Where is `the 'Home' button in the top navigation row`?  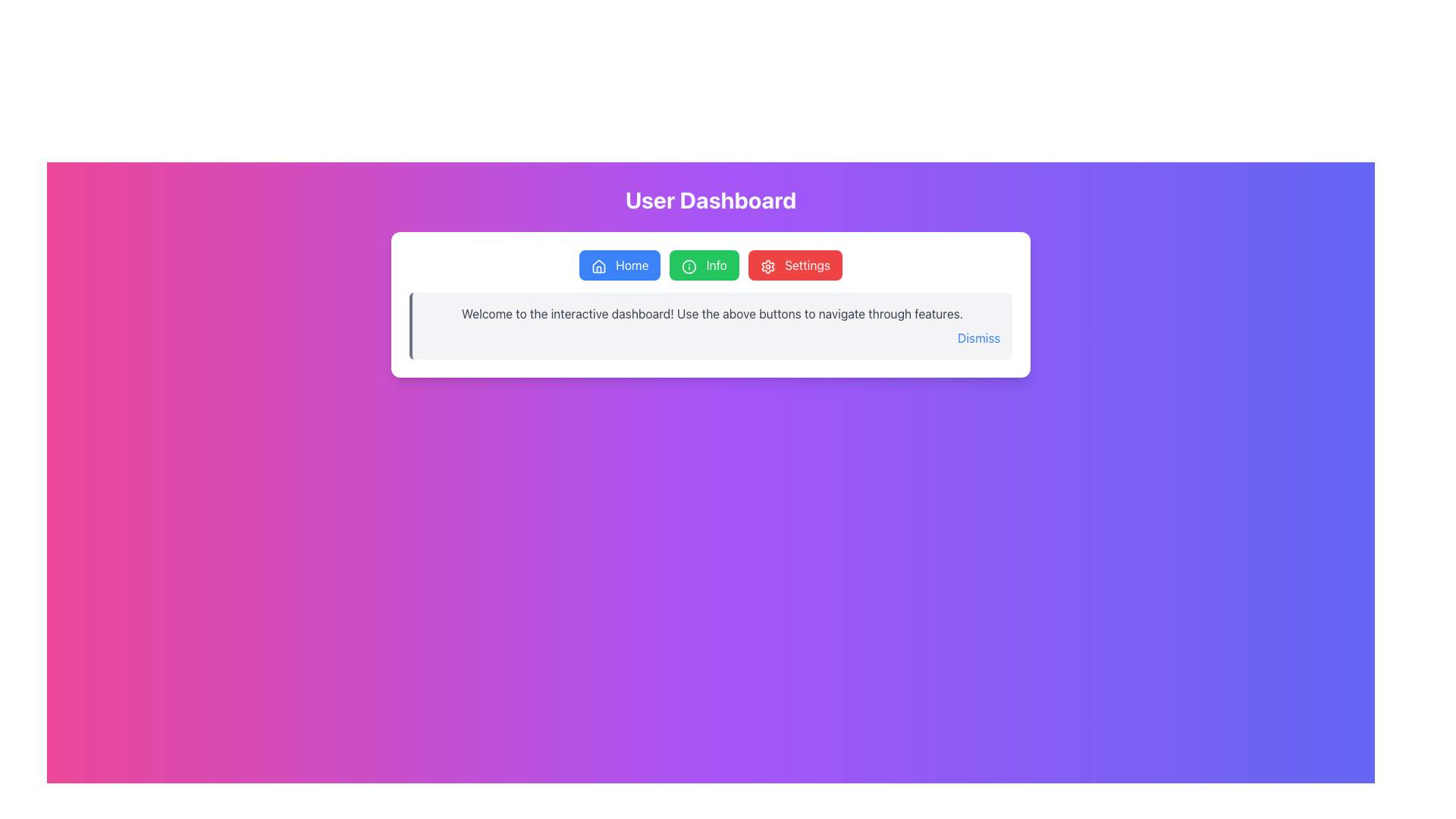 the 'Home' button in the top navigation row is located at coordinates (598, 265).